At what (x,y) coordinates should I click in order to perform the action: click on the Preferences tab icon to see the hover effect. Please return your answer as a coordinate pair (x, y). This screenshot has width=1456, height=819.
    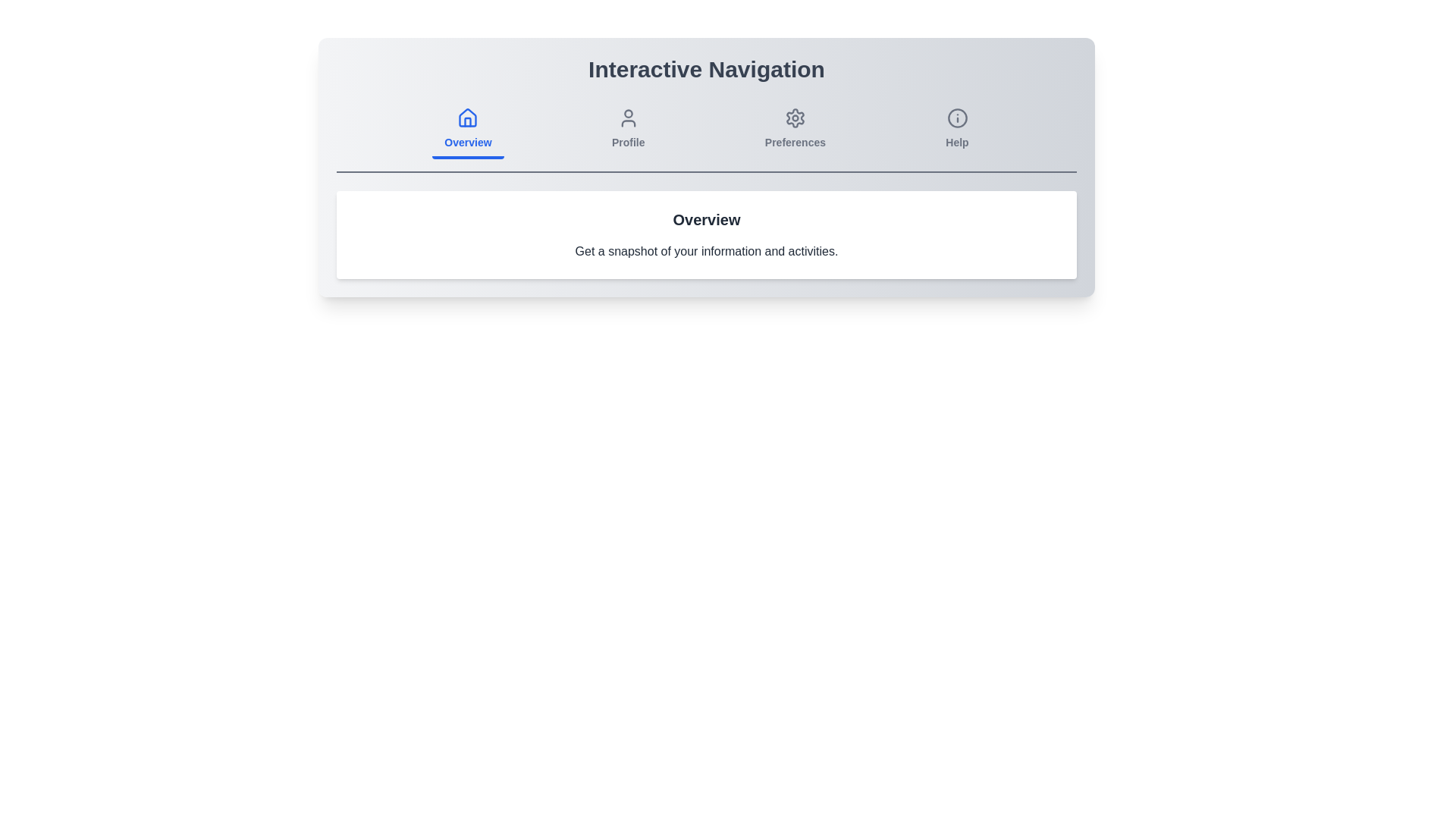
    Looking at the image, I should click on (795, 130).